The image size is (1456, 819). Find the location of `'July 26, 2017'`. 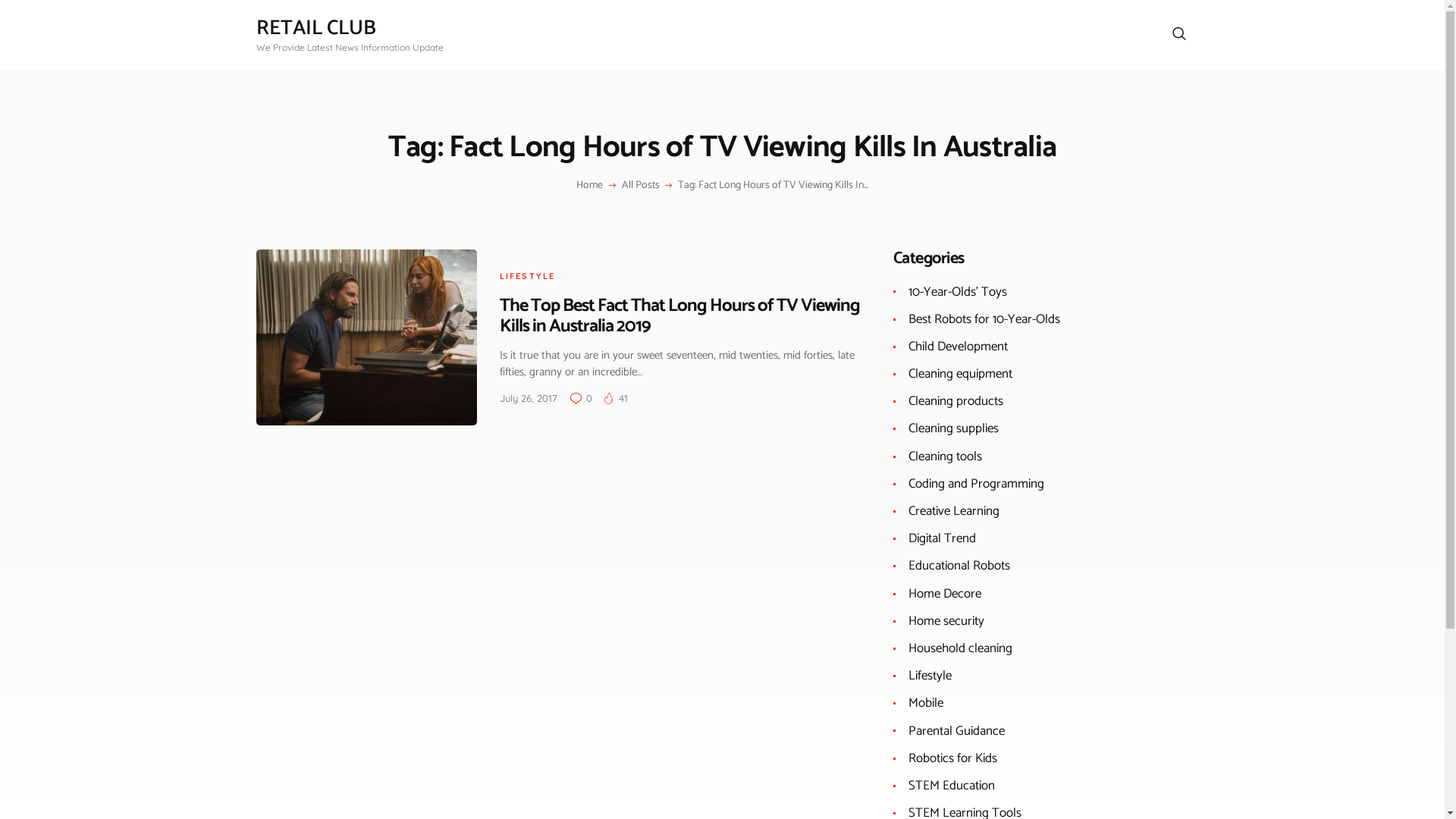

'July 26, 2017' is located at coordinates (528, 397).